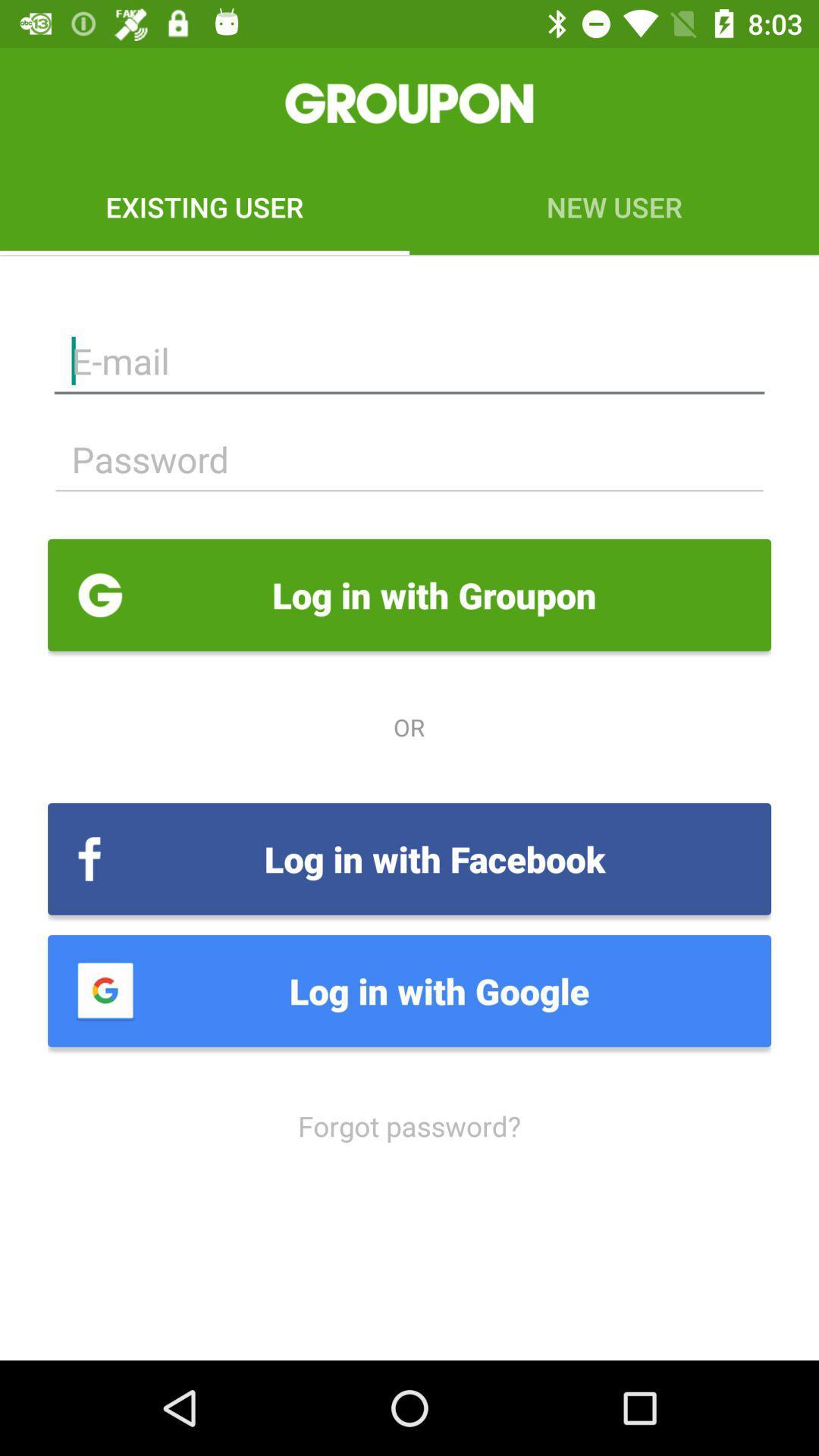 This screenshot has width=819, height=1456. I want to click on password field, so click(409, 459).